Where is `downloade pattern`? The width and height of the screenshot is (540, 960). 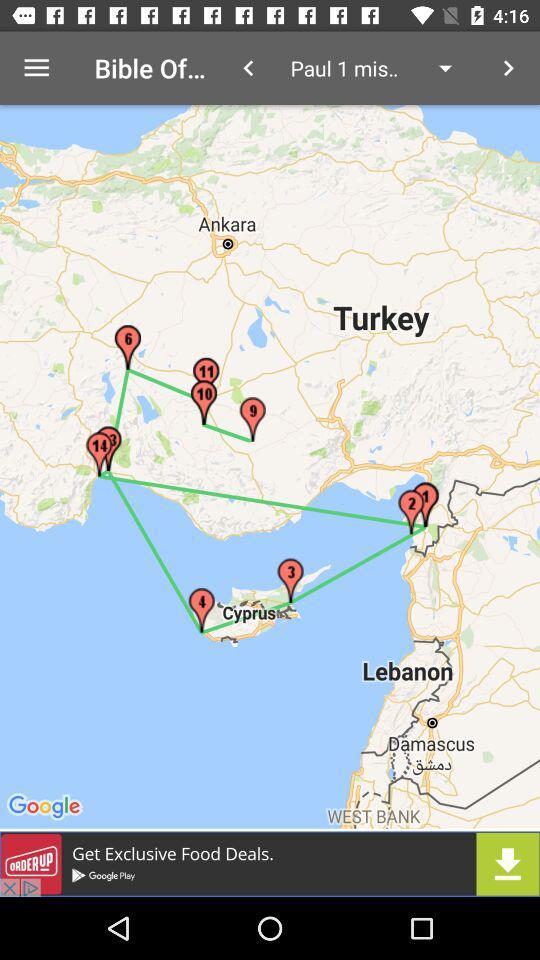
downloade pattern is located at coordinates (270, 863).